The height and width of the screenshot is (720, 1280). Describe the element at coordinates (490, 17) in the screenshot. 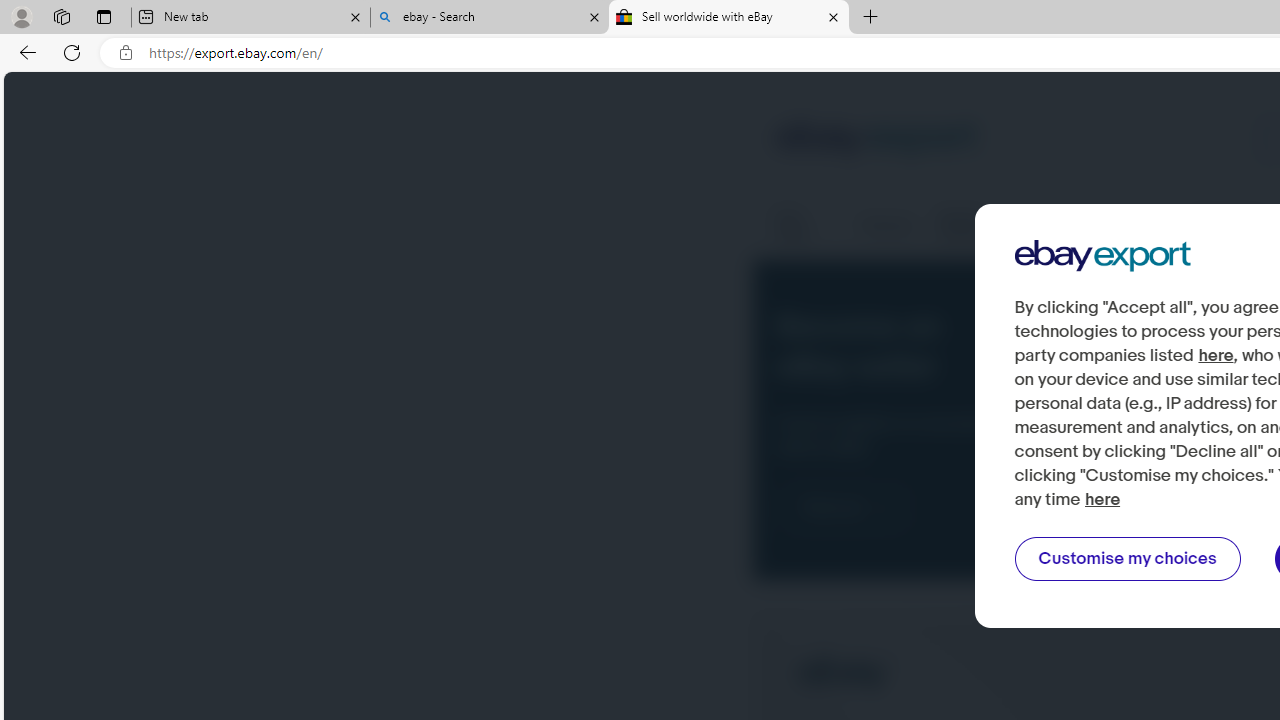

I see `'ebay - Search'` at that location.